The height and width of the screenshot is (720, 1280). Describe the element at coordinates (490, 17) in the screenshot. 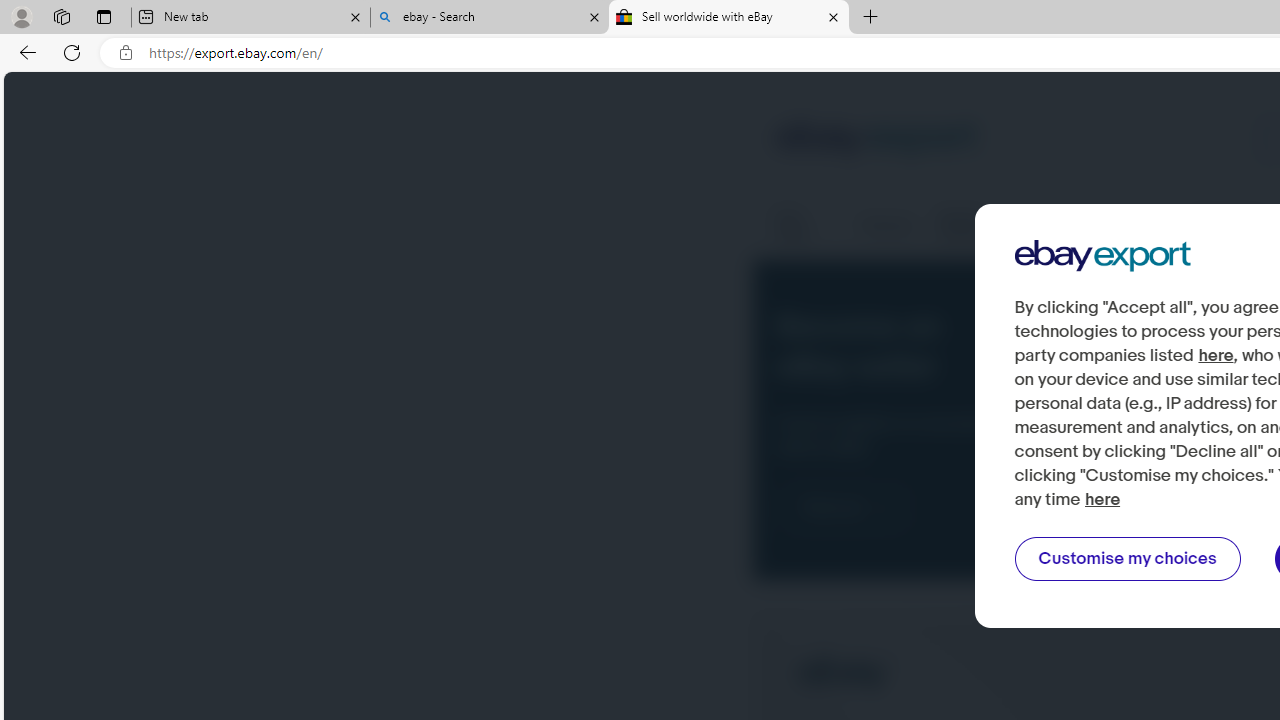

I see `'ebay - Search'` at that location.